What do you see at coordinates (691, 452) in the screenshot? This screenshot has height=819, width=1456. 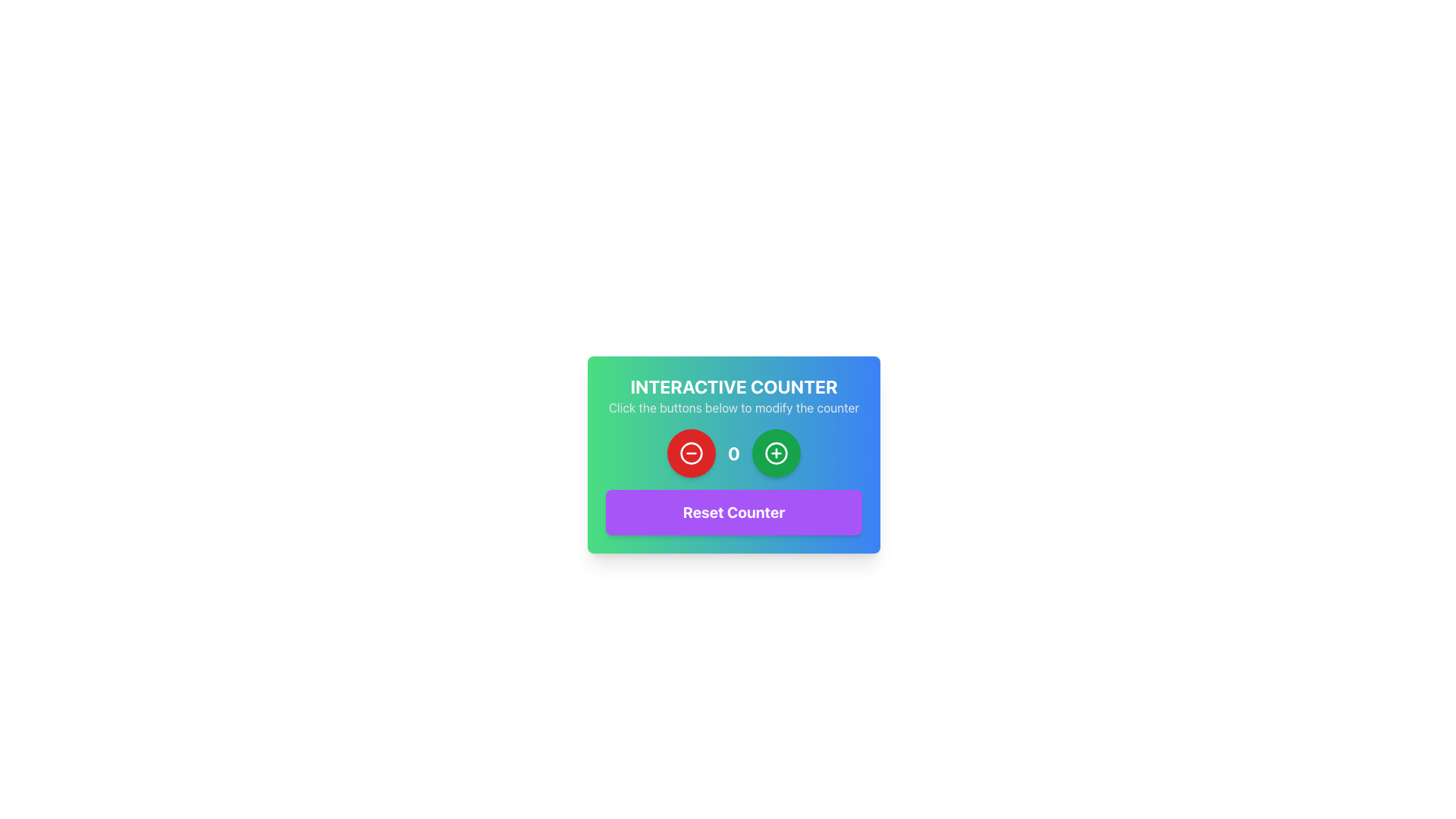 I see `the decrement icon located within the left red button of the green-blue gradient box, which is one of two circular buttons flanking the central counter display` at bounding box center [691, 452].